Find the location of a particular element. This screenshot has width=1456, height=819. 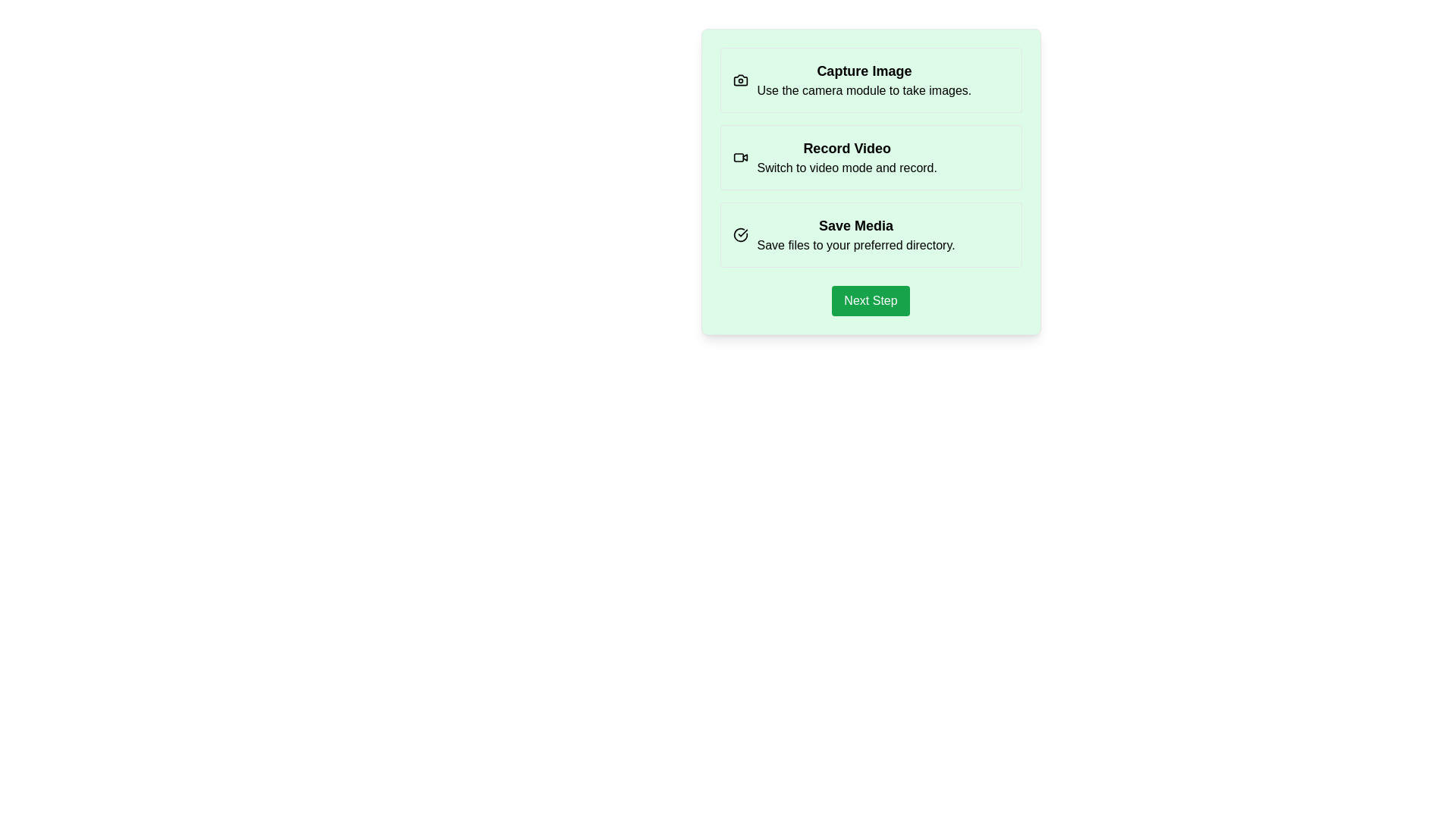

the static text label that reads 'Switch to video mode and record.' which is positioned below the 'Record Video' heading in the green panel is located at coordinates (846, 168).